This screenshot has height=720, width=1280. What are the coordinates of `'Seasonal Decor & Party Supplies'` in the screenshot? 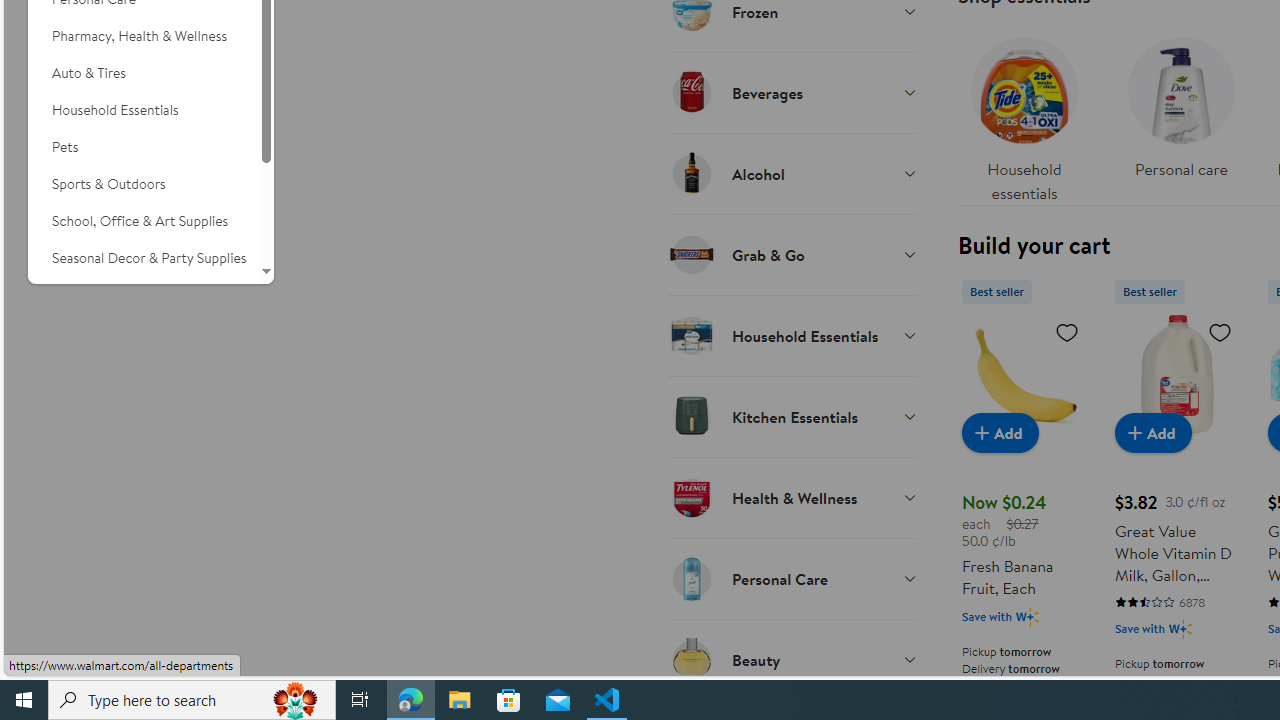 It's located at (142, 257).